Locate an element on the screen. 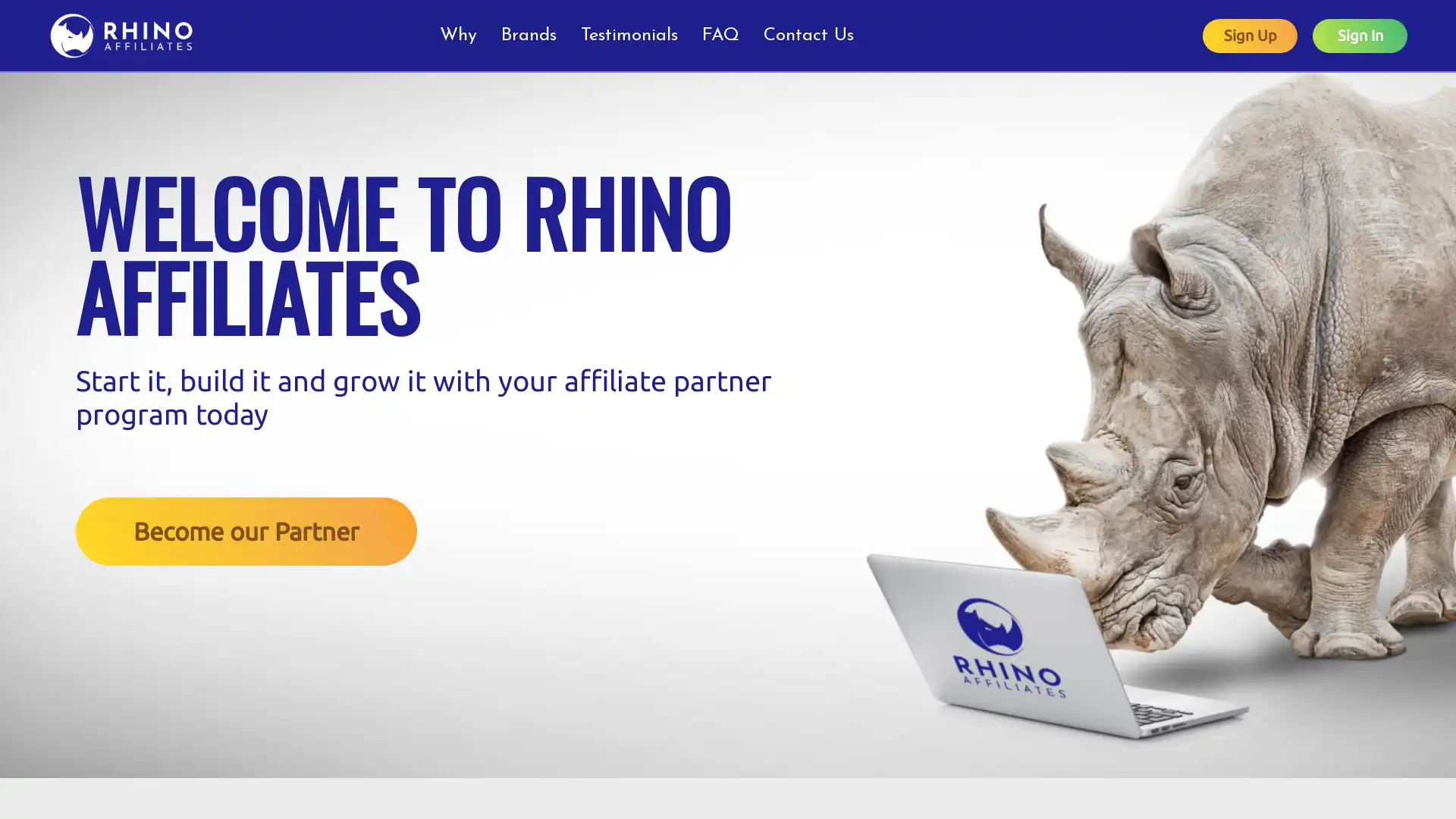 This screenshot has height=819, width=1456. Sign Up is located at coordinates (1250, 34).